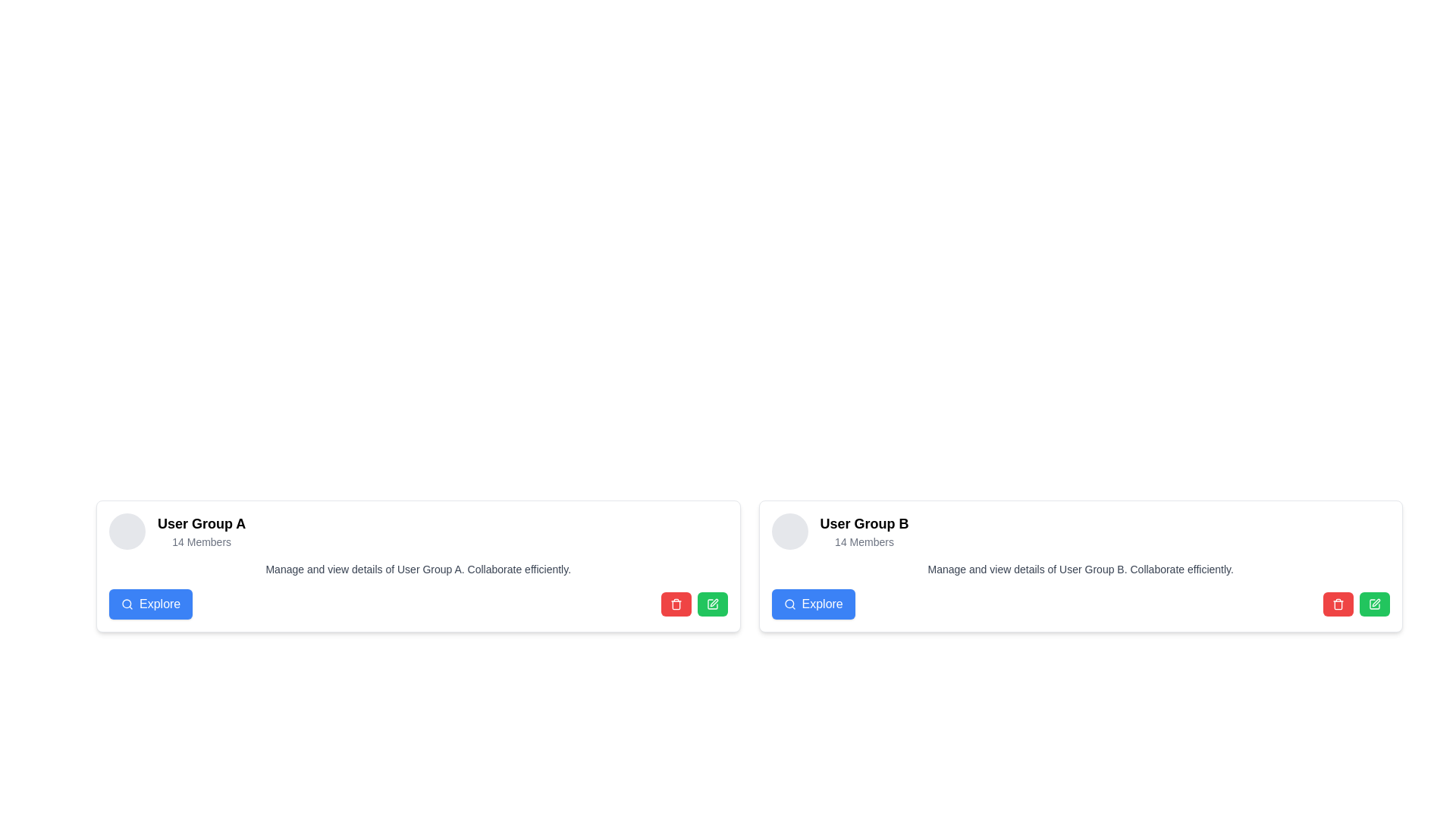 Image resolution: width=1456 pixels, height=819 pixels. I want to click on the text label displaying '14 Members' located below the header 'User Group B' in the right section of a card layout, so click(864, 541).